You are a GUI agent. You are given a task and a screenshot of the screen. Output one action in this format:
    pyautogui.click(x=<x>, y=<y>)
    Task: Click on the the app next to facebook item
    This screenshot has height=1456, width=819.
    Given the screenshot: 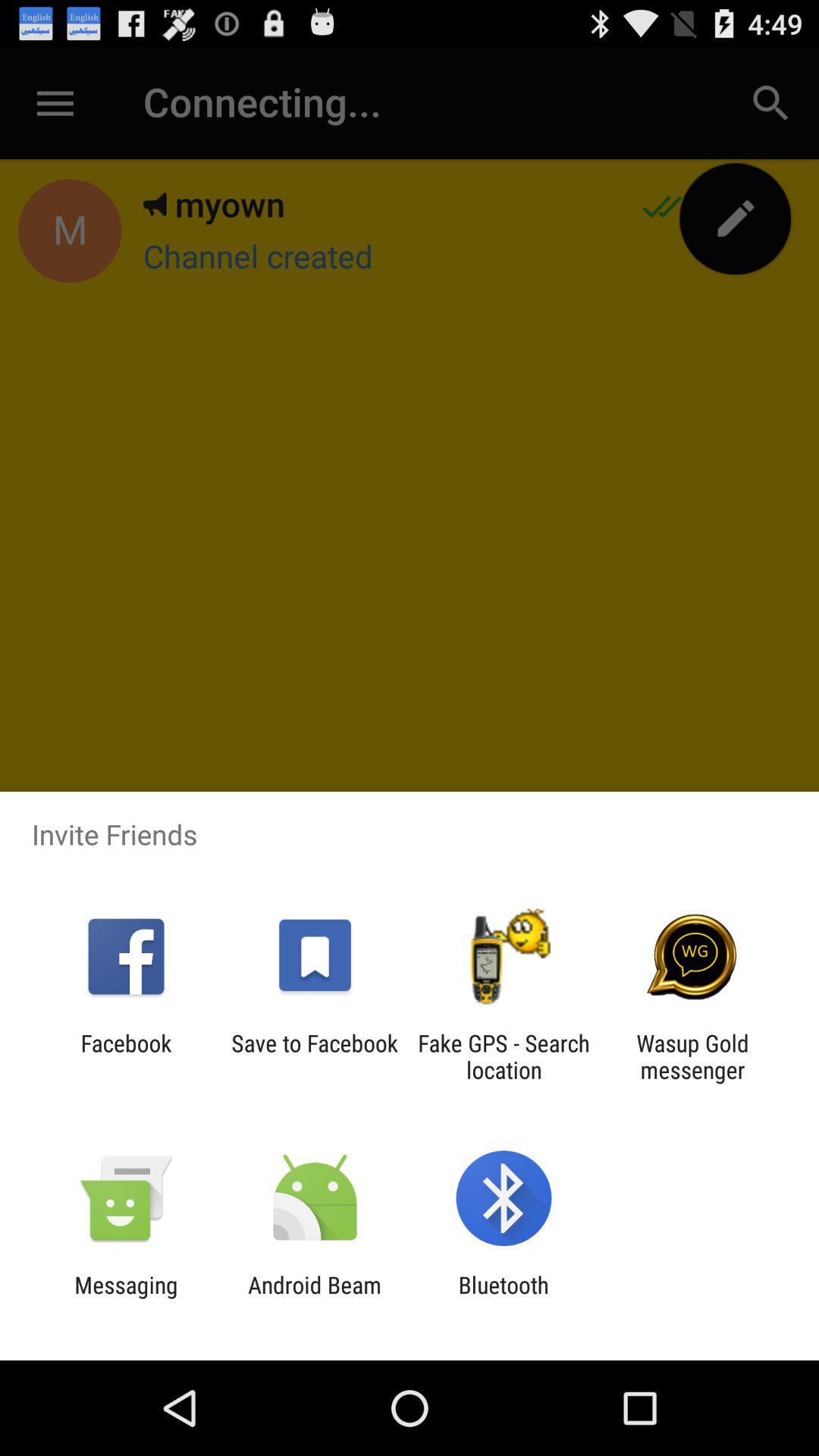 What is the action you would take?
    pyautogui.click(x=314, y=1056)
    